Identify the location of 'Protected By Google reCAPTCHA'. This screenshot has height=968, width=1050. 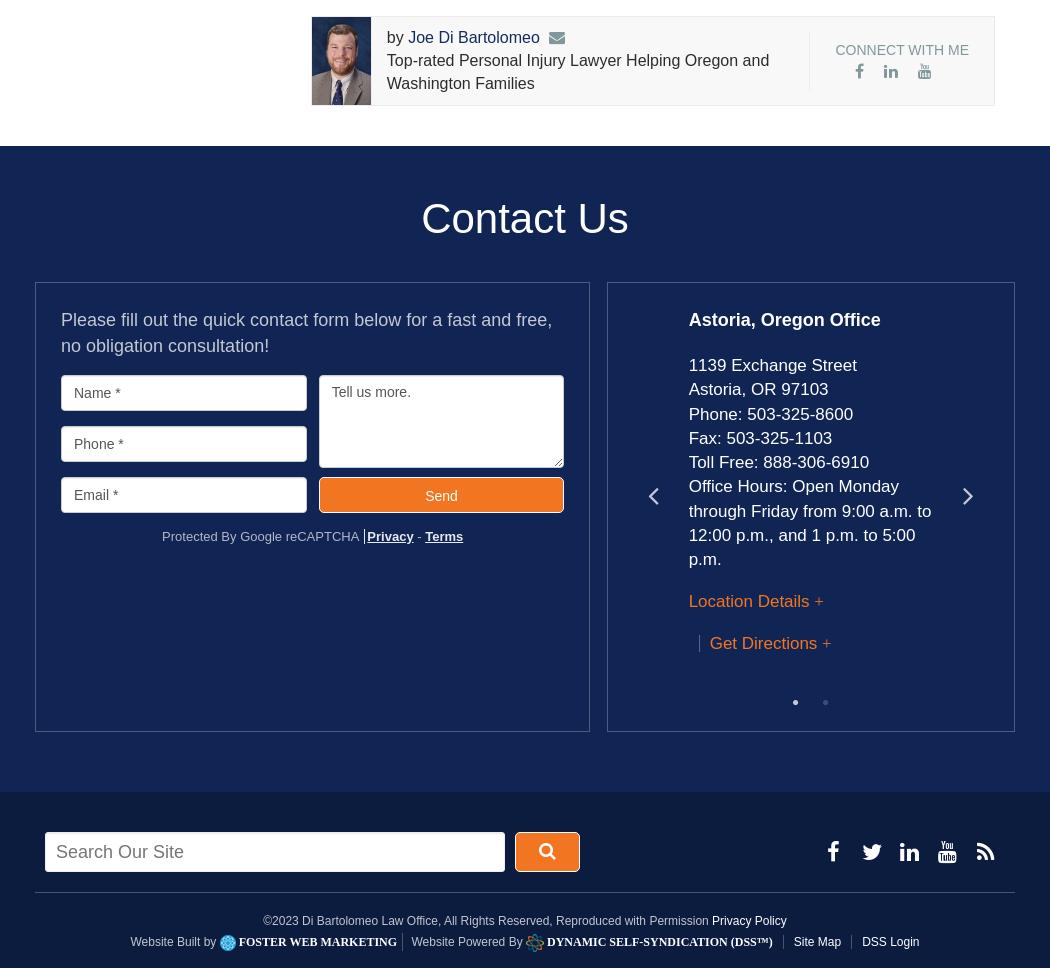
(260, 534).